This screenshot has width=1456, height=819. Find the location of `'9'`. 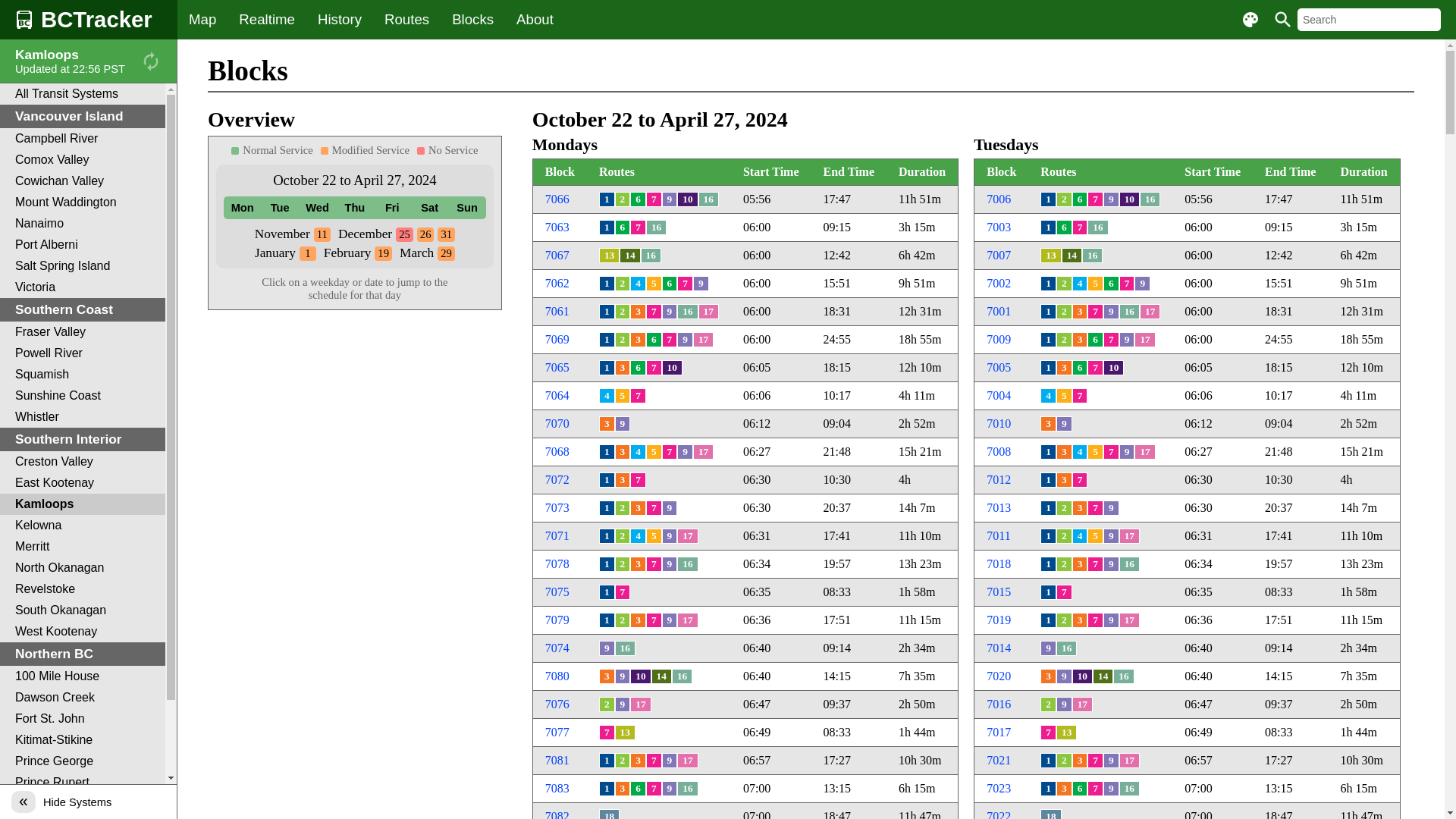

'9' is located at coordinates (669, 788).